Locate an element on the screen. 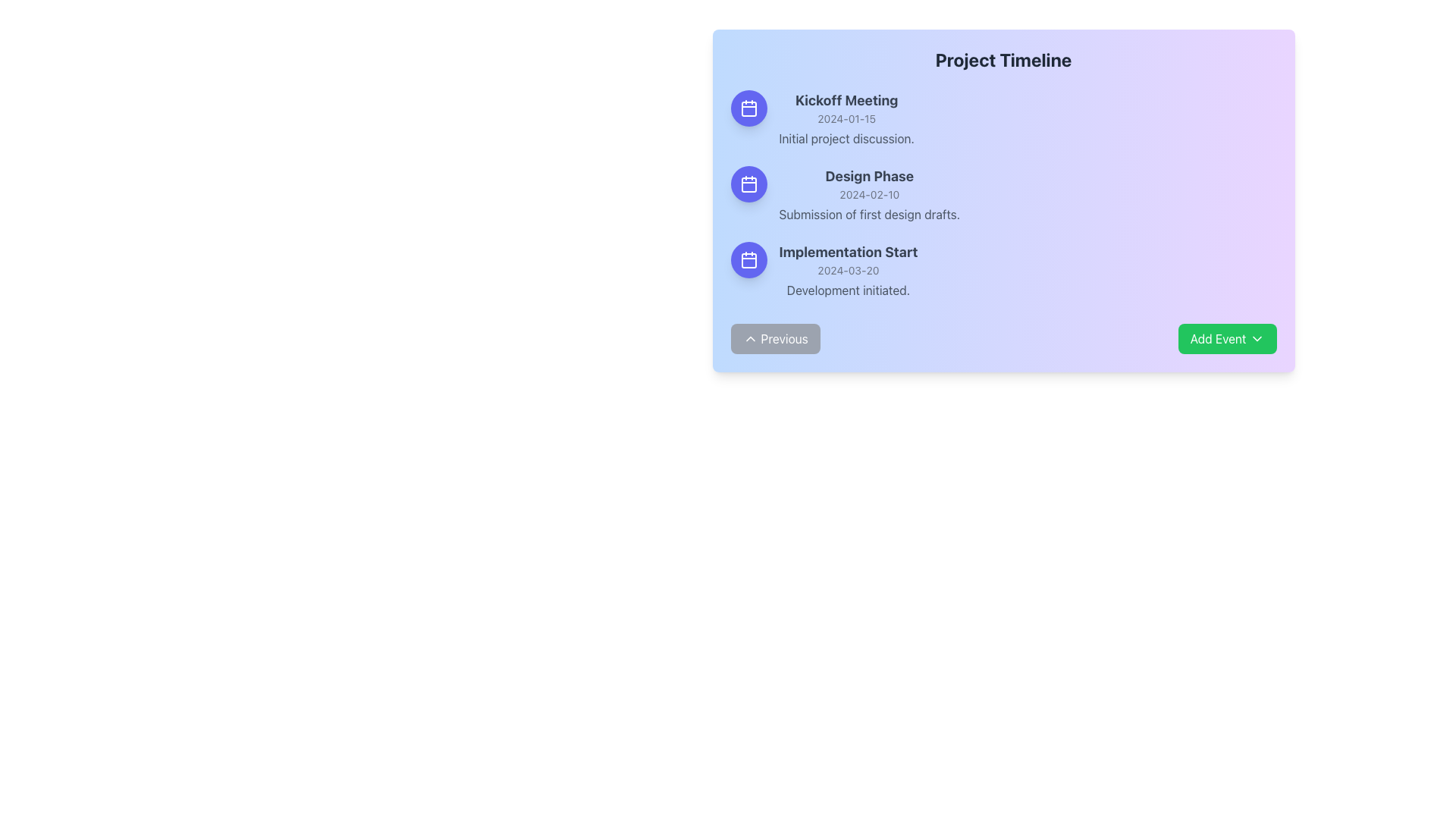  the circular calendar icon with a purple background and white calendar symbol, located to the left of the 'Design Phase' title in the project timeline is located at coordinates (748, 184).